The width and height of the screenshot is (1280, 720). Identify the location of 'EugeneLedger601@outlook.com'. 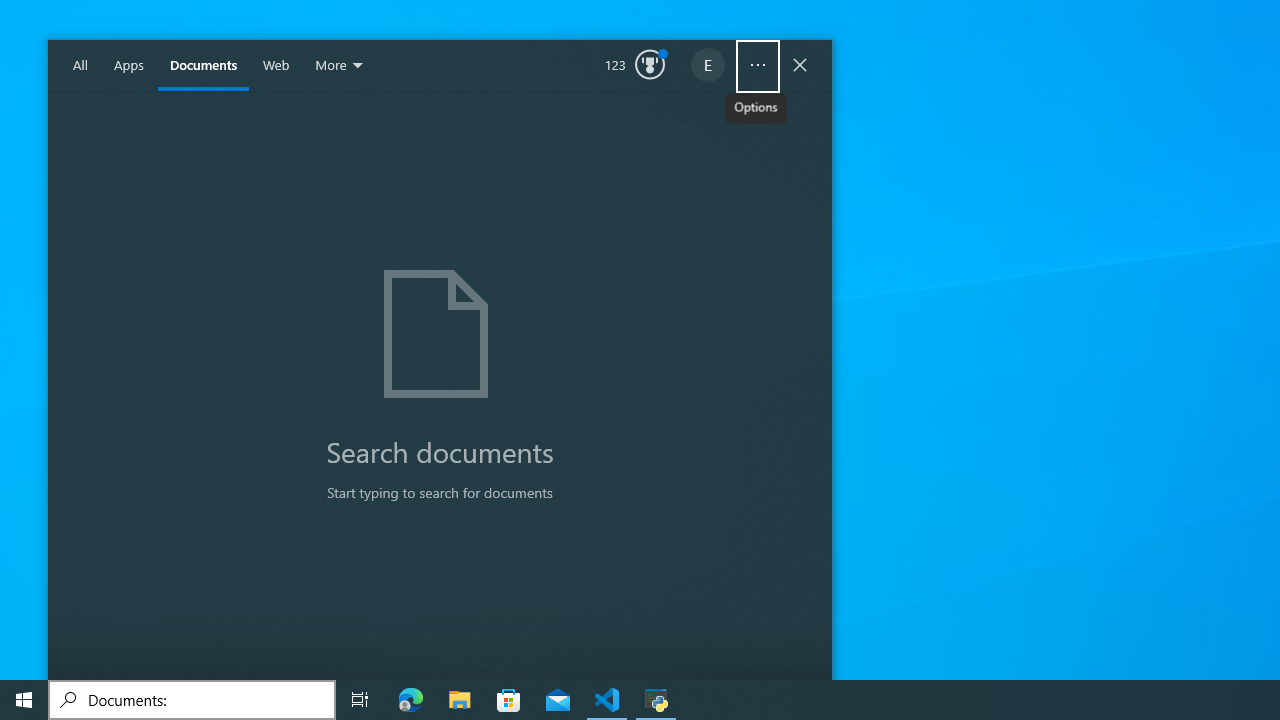
(707, 65).